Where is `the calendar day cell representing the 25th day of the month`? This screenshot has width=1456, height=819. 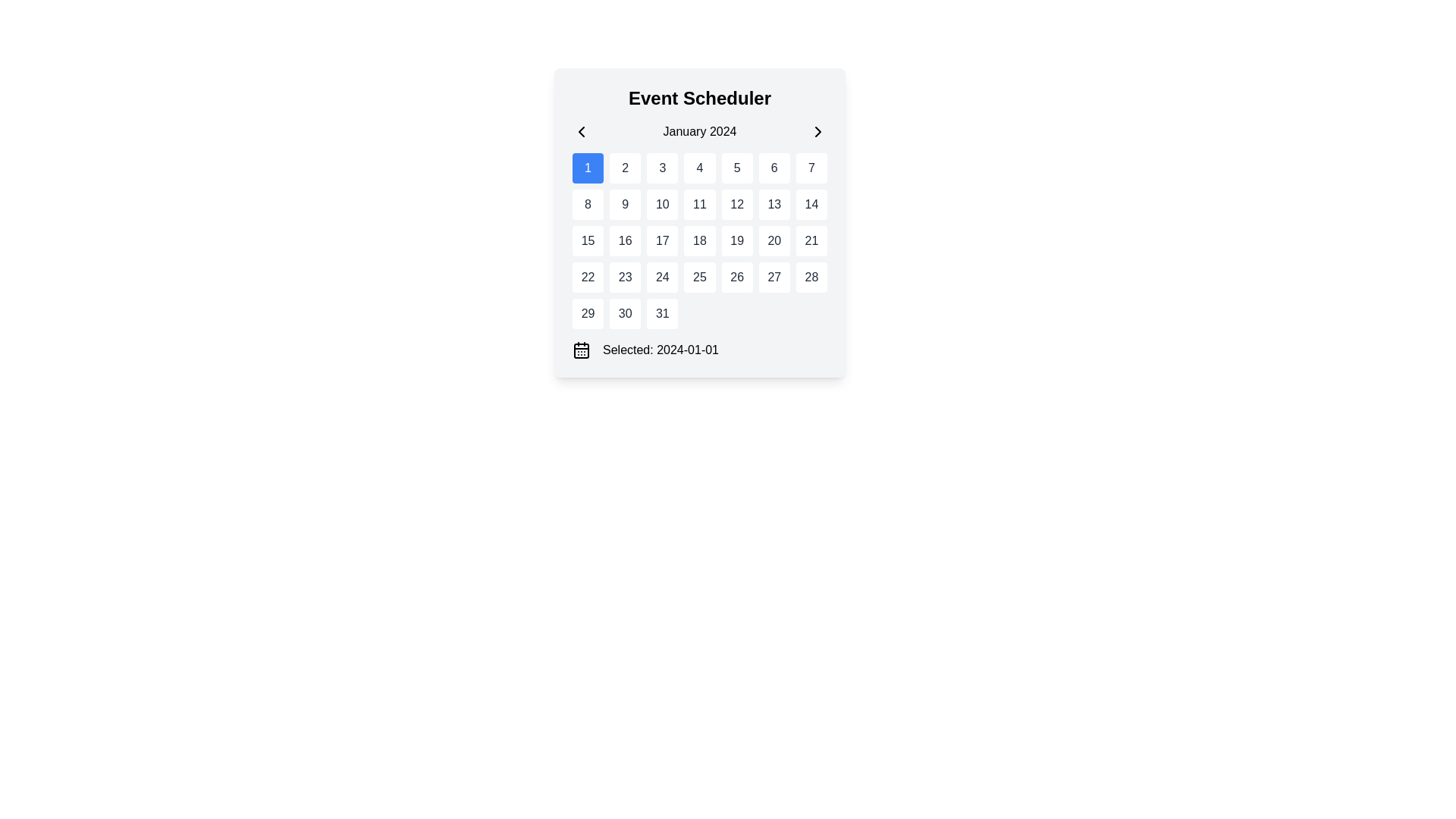
the calendar day cell representing the 25th day of the month is located at coordinates (698, 278).